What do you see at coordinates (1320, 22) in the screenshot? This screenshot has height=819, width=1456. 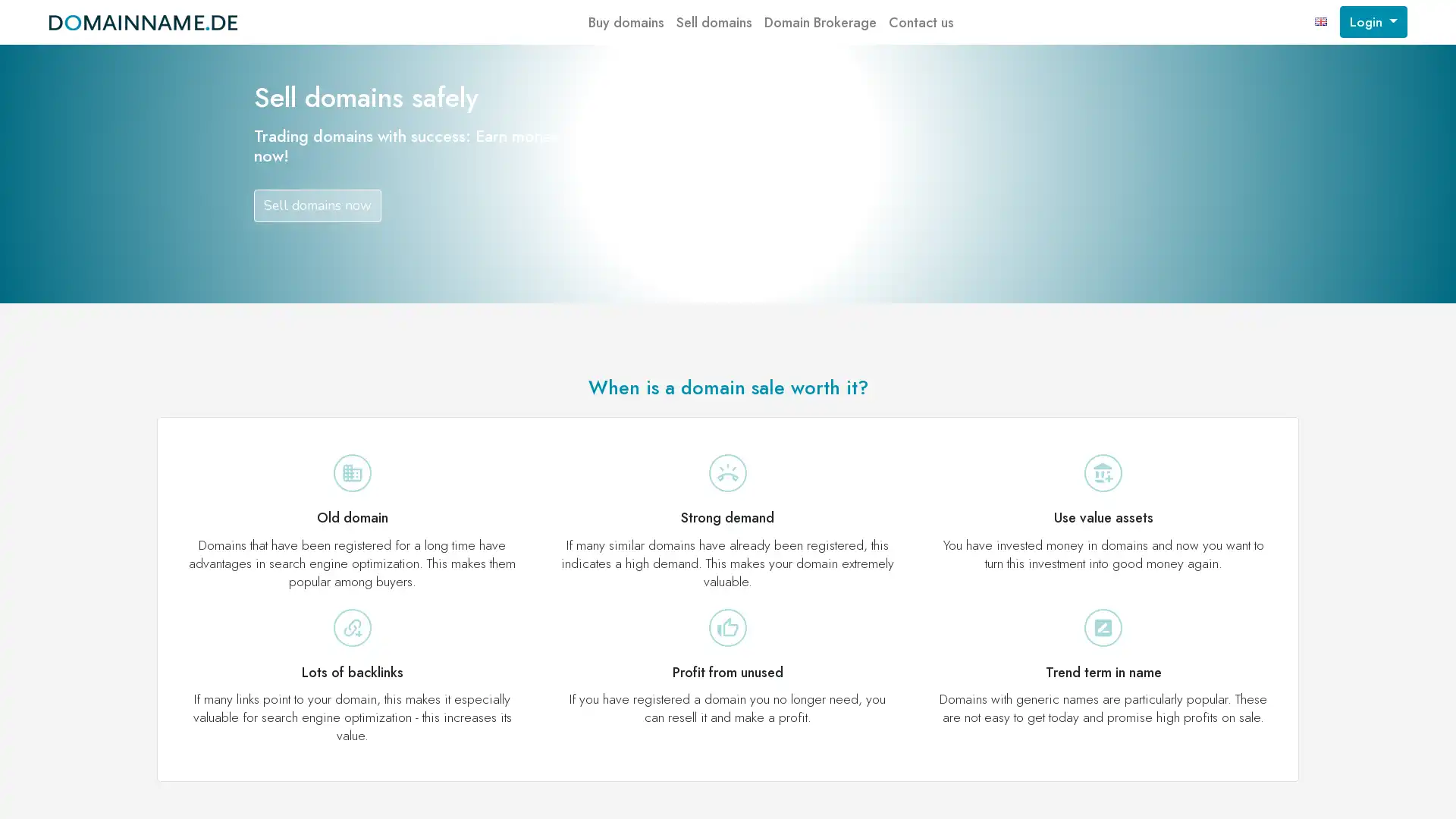 I see `english` at bounding box center [1320, 22].